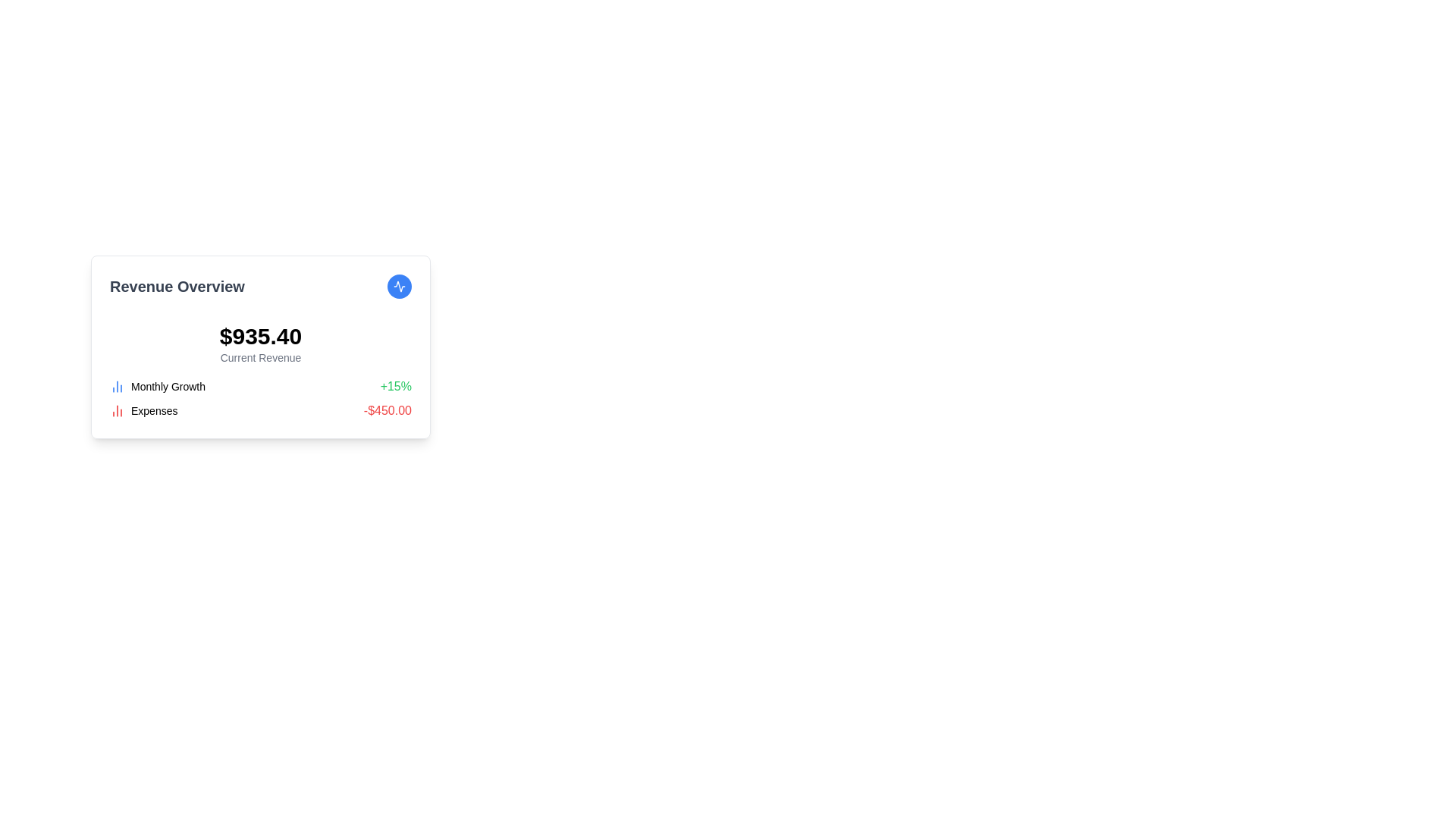 The height and width of the screenshot is (819, 1456). Describe the element at coordinates (400, 287) in the screenshot. I see `the icon located inside the blue button at the top-right corner of the 'Revenue Overview' card` at that location.